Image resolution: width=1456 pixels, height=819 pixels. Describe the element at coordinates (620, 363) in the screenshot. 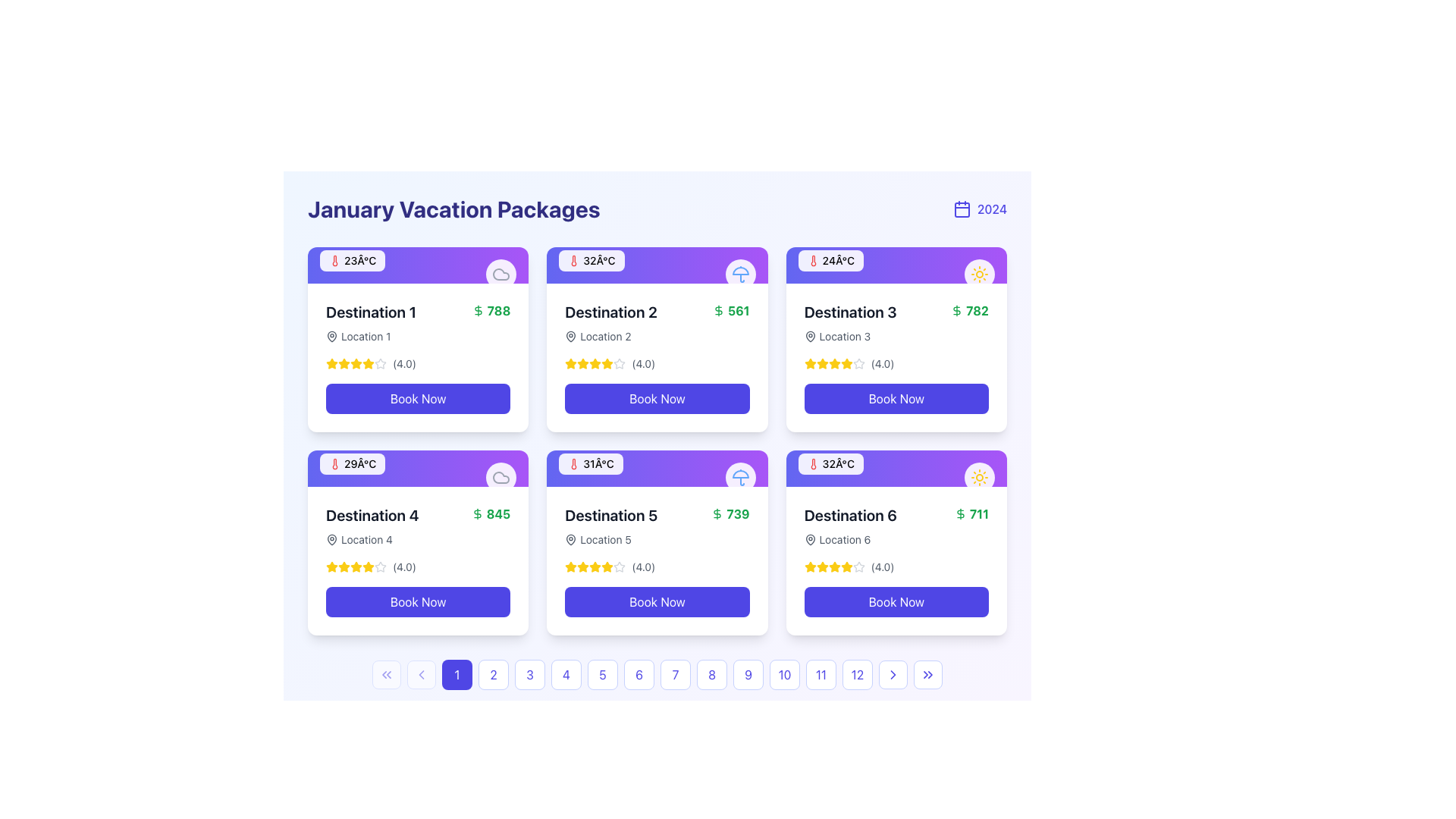

I see `the fourth star icon in the rating scale for the second vacation package card in the first row` at that location.